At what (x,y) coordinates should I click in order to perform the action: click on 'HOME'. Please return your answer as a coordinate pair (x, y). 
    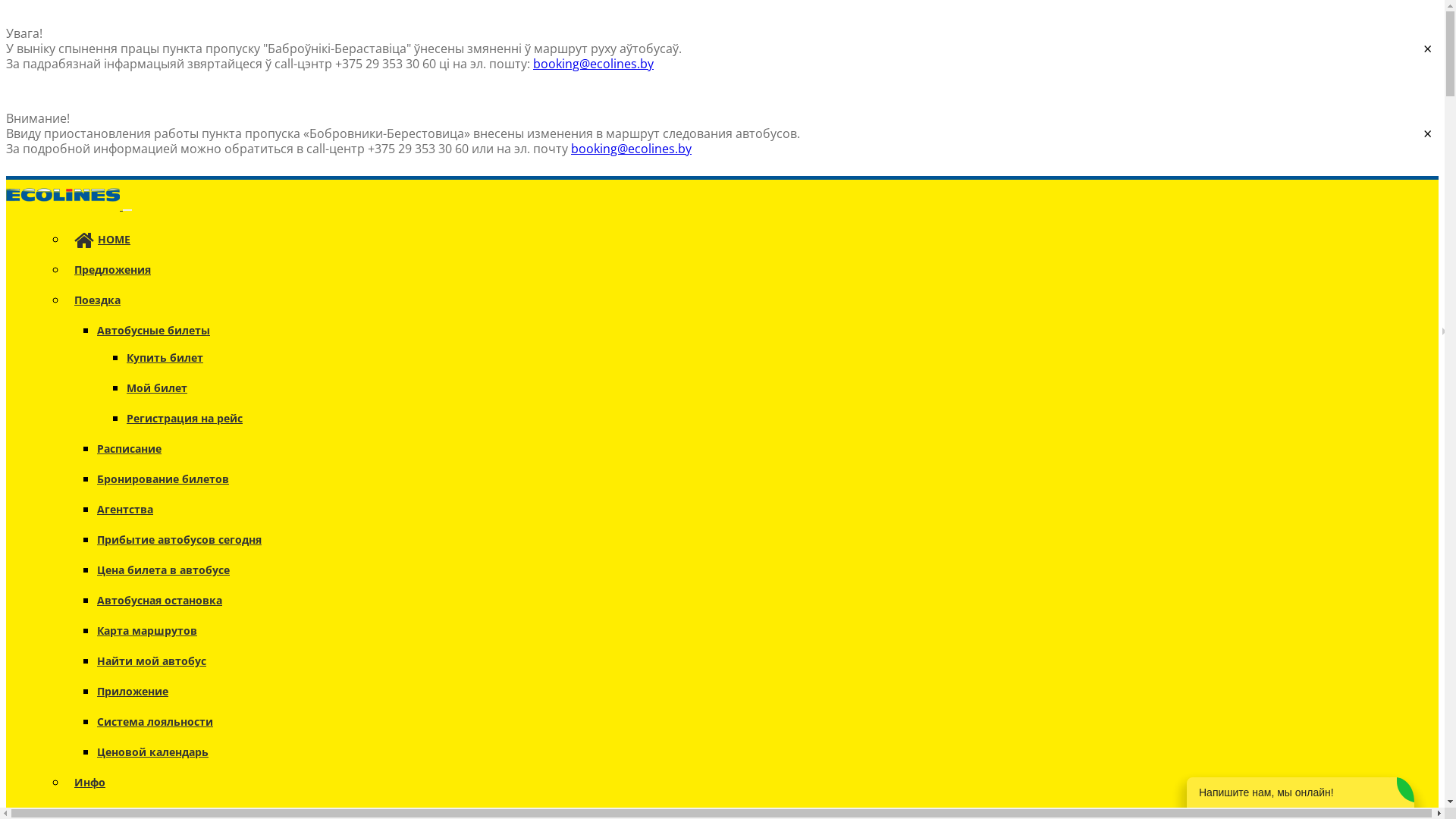
    Looking at the image, I should click on (101, 239).